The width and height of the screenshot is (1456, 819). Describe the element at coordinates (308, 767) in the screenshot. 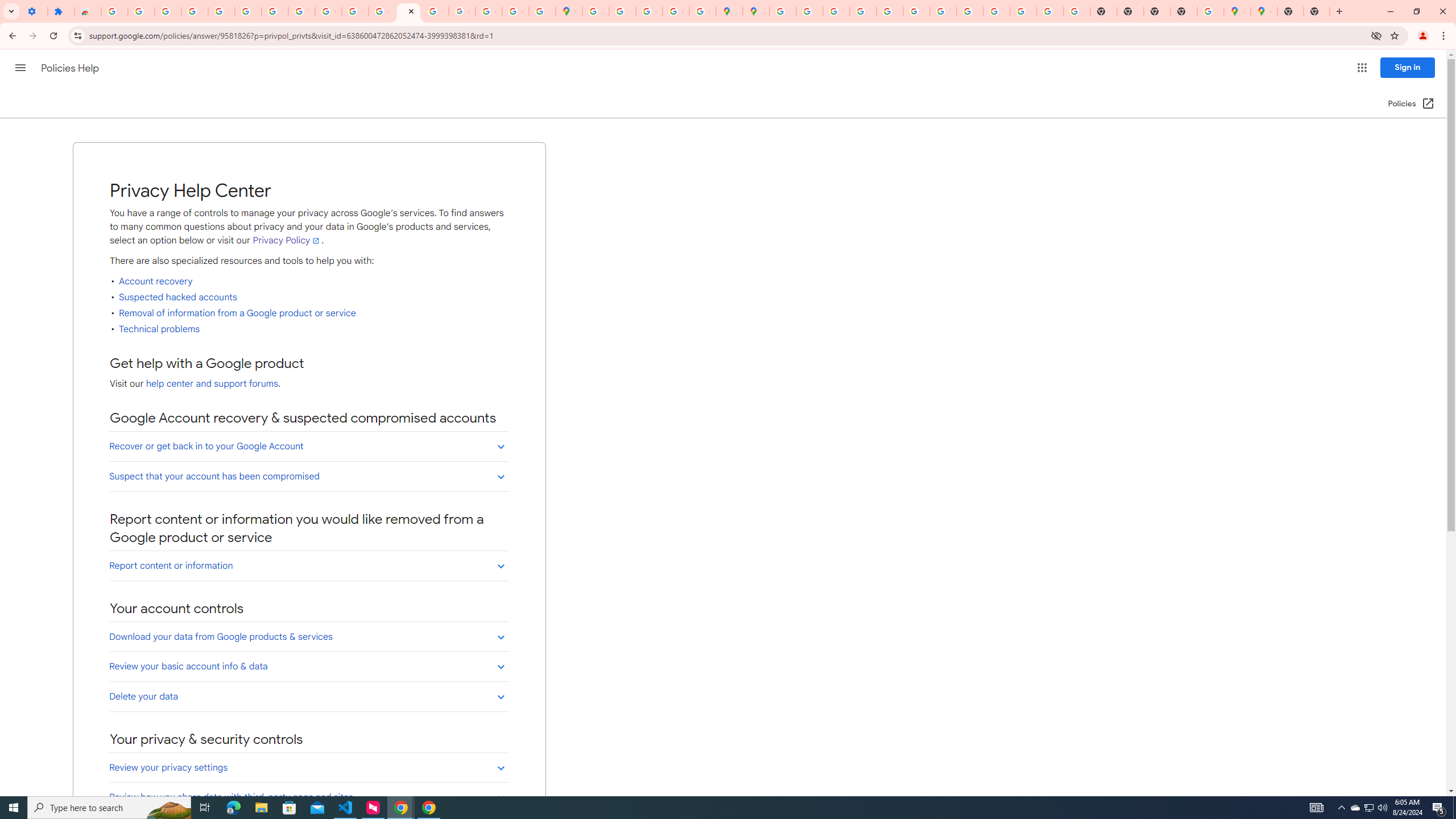

I see `'Review your privacy settings'` at that location.